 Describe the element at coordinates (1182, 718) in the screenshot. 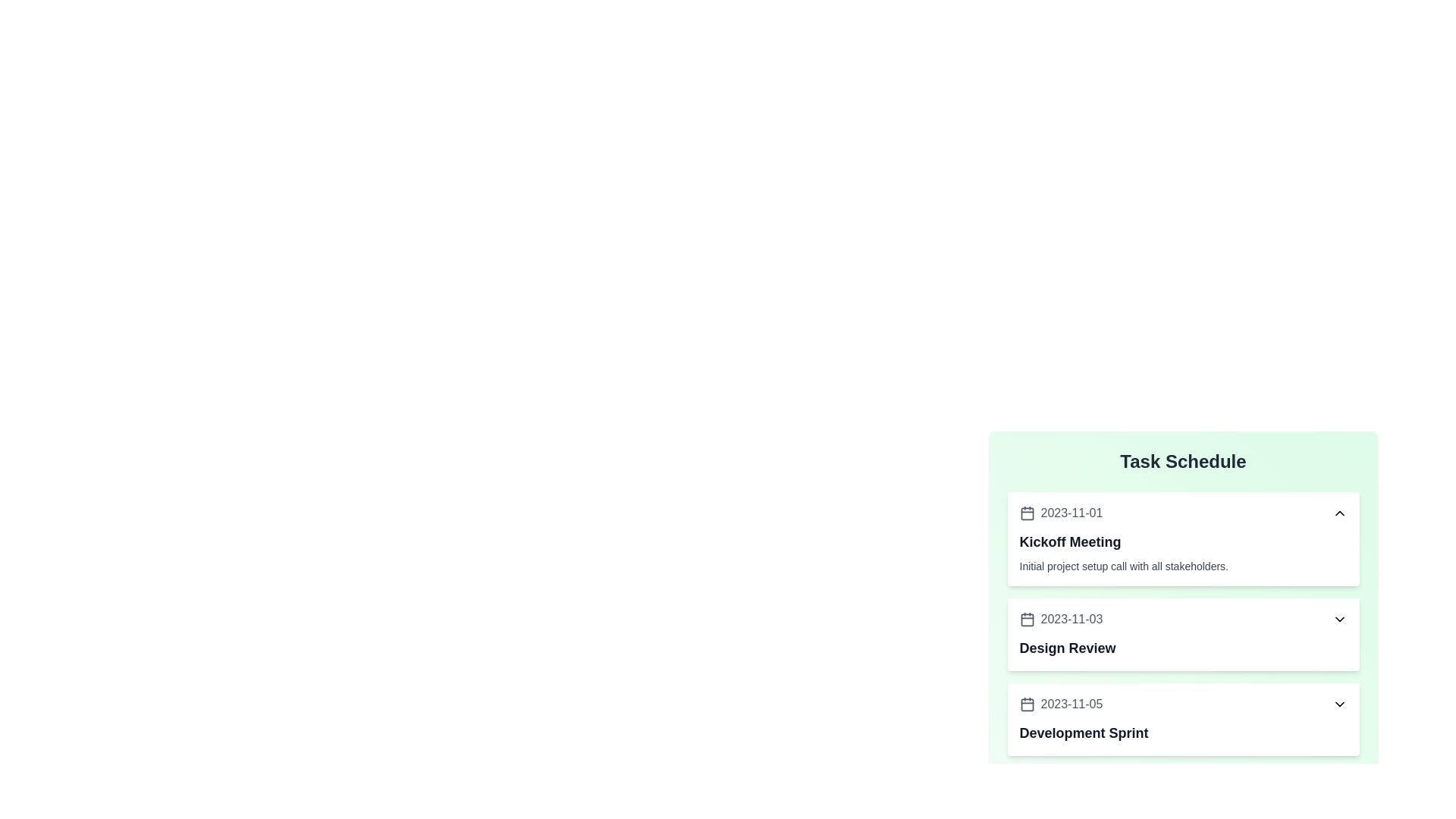

I see `the text of the task details for the task on 2023-11-05` at that location.